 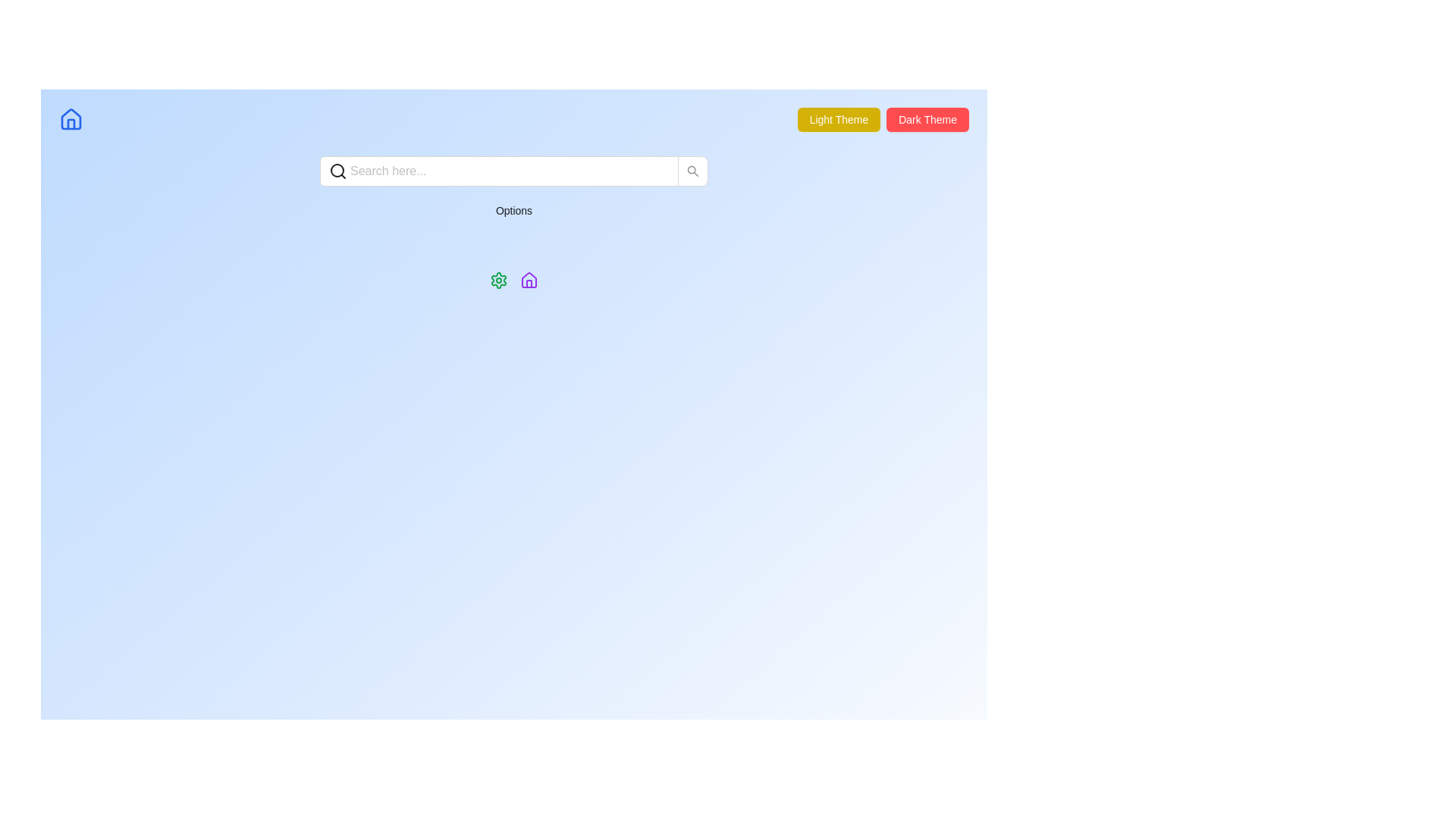 What do you see at coordinates (838, 119) in the screenshot?
I see `the 'Light Theme' button, which displays white text on a yellow background and is located at the top-right corner of the interface` at bounding box center [838, 119].